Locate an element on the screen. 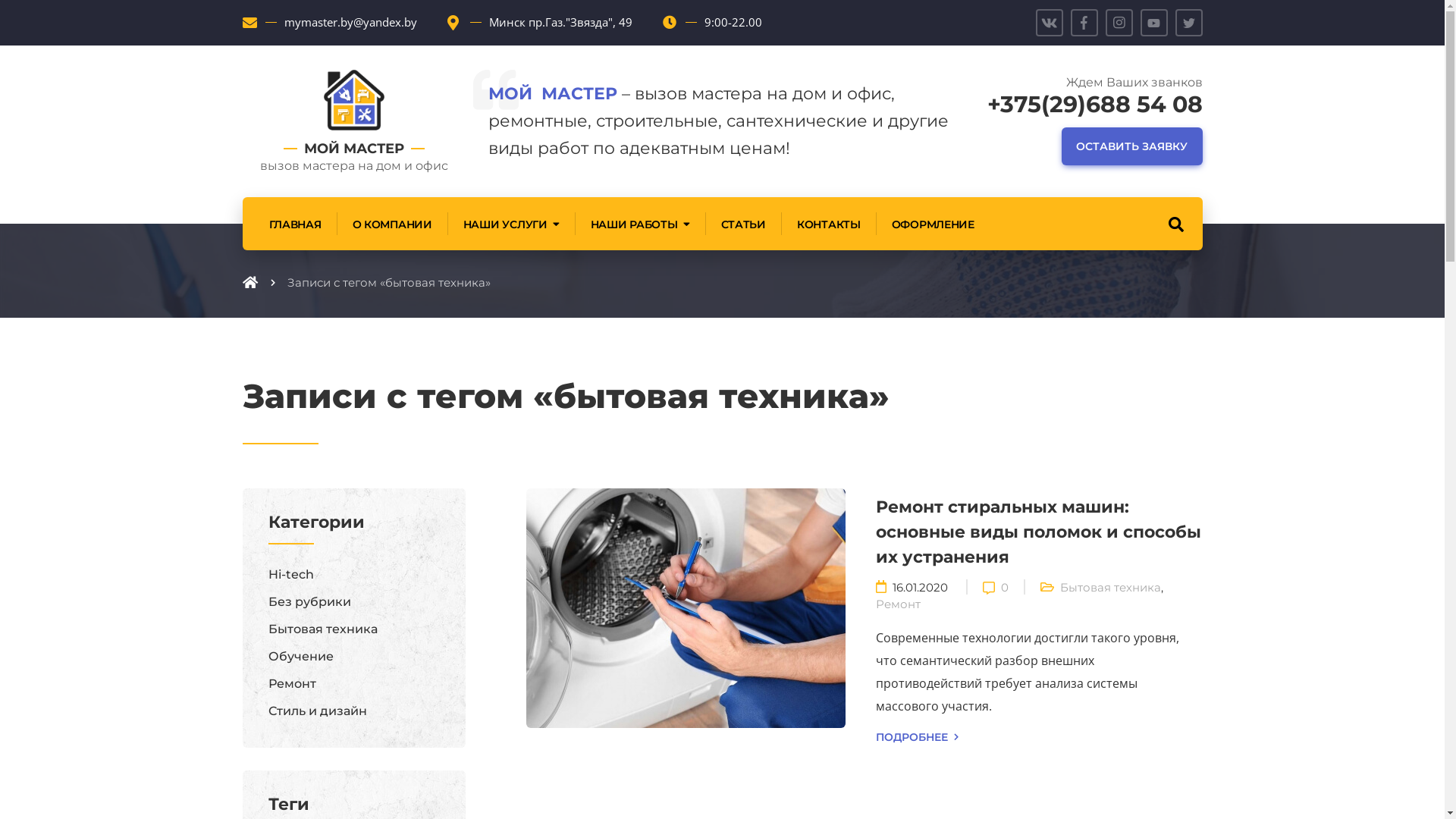 The image size is (1456, 819). 'Twitter' is located at coordinates (1188, 23).